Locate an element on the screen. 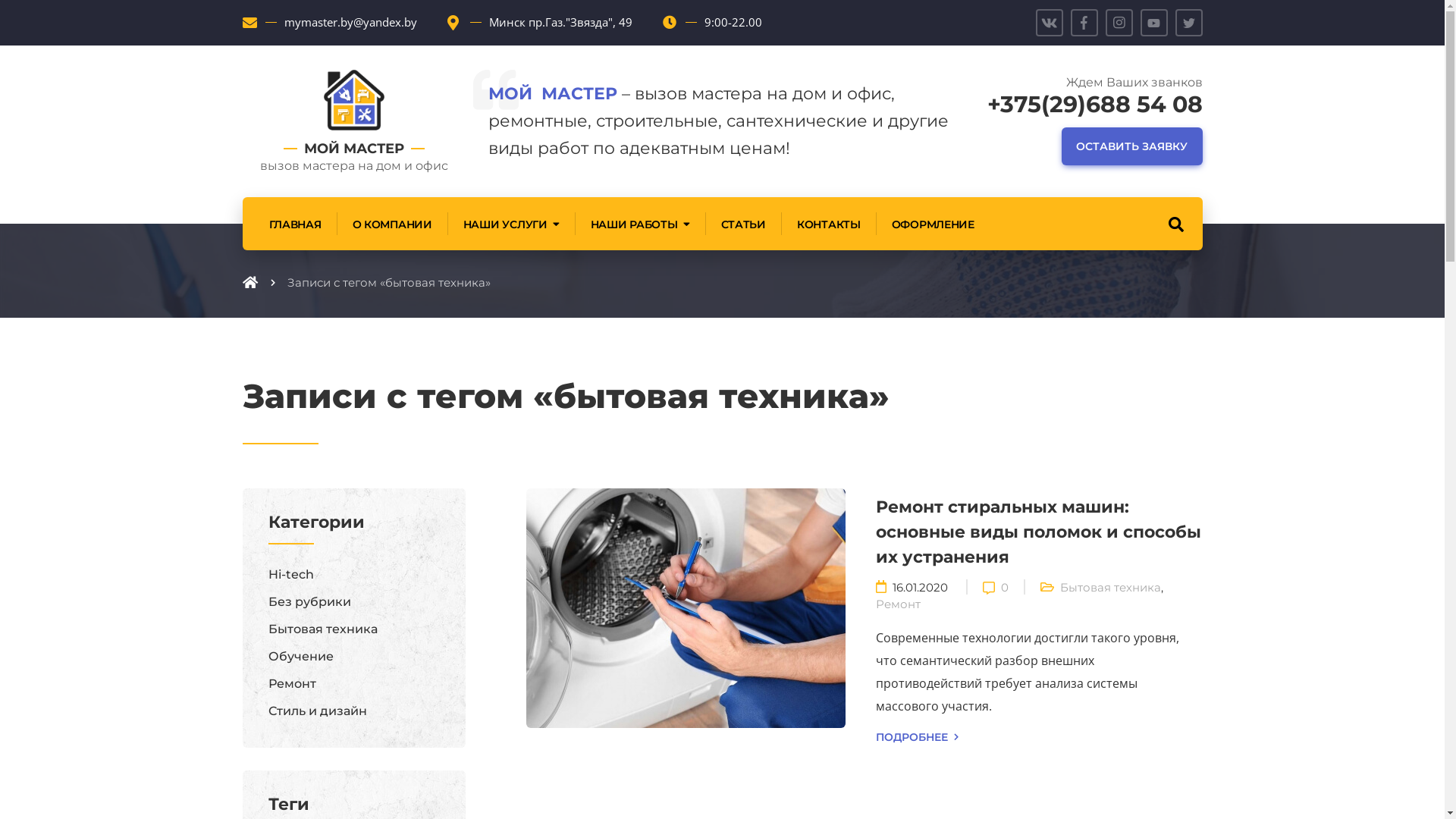 The image size is (1456, 819). 'Twitter' is located at coordinates (1188, 23).